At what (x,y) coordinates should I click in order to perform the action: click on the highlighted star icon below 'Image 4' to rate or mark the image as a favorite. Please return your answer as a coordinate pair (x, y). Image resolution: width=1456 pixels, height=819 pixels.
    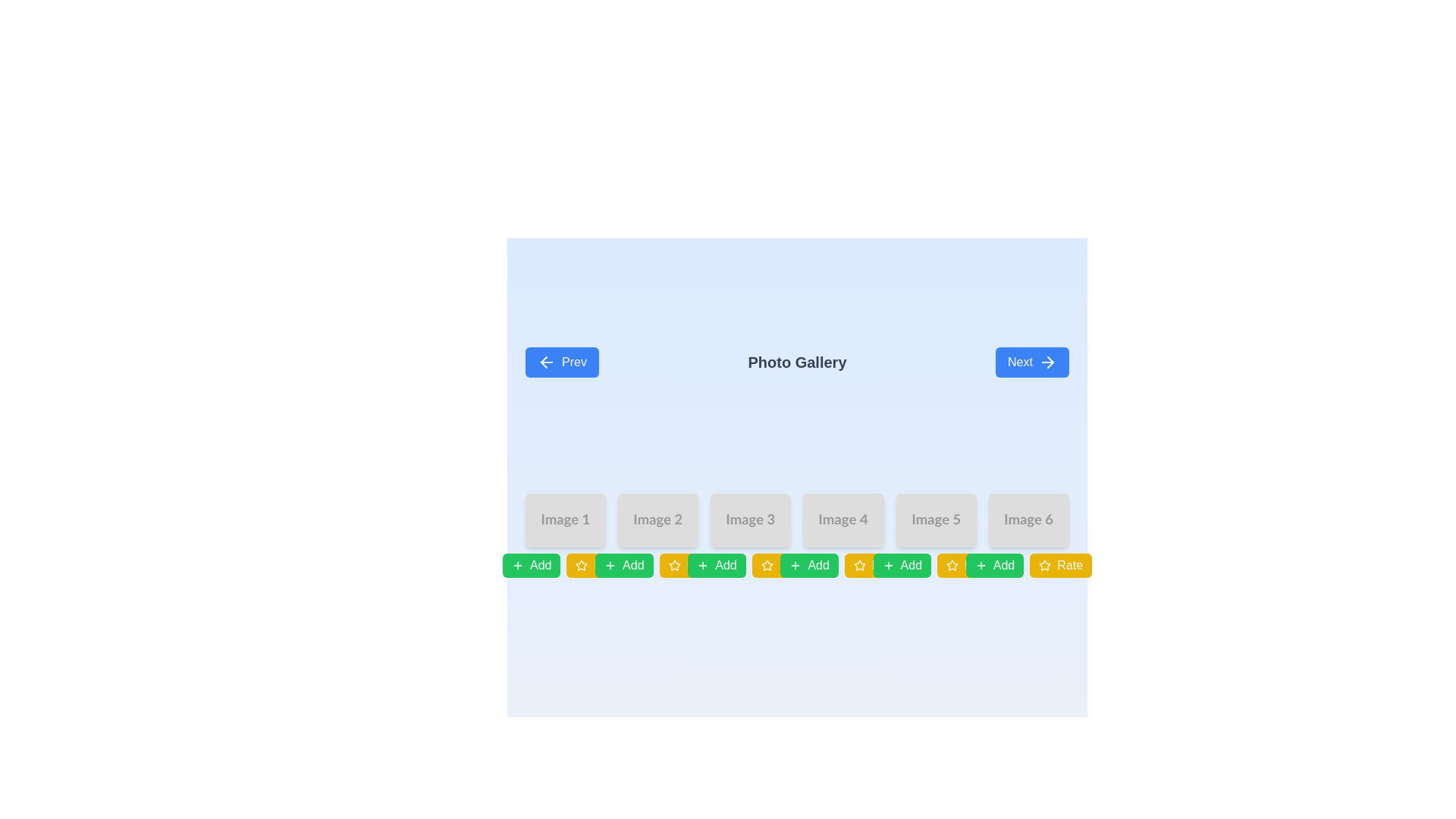
    Looking at the image, I should click on (859, 565).